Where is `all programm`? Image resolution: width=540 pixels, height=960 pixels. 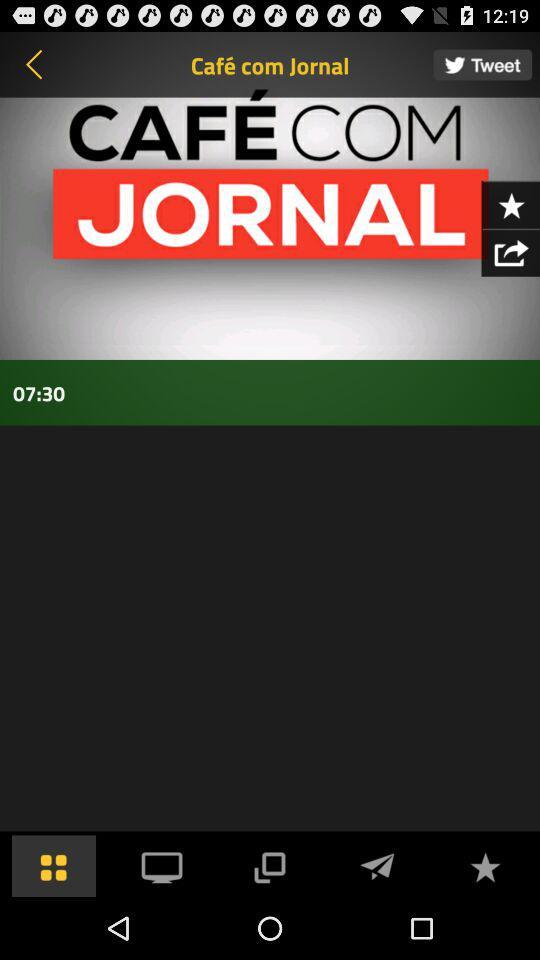
all programm is located at coordinates (54, 864).